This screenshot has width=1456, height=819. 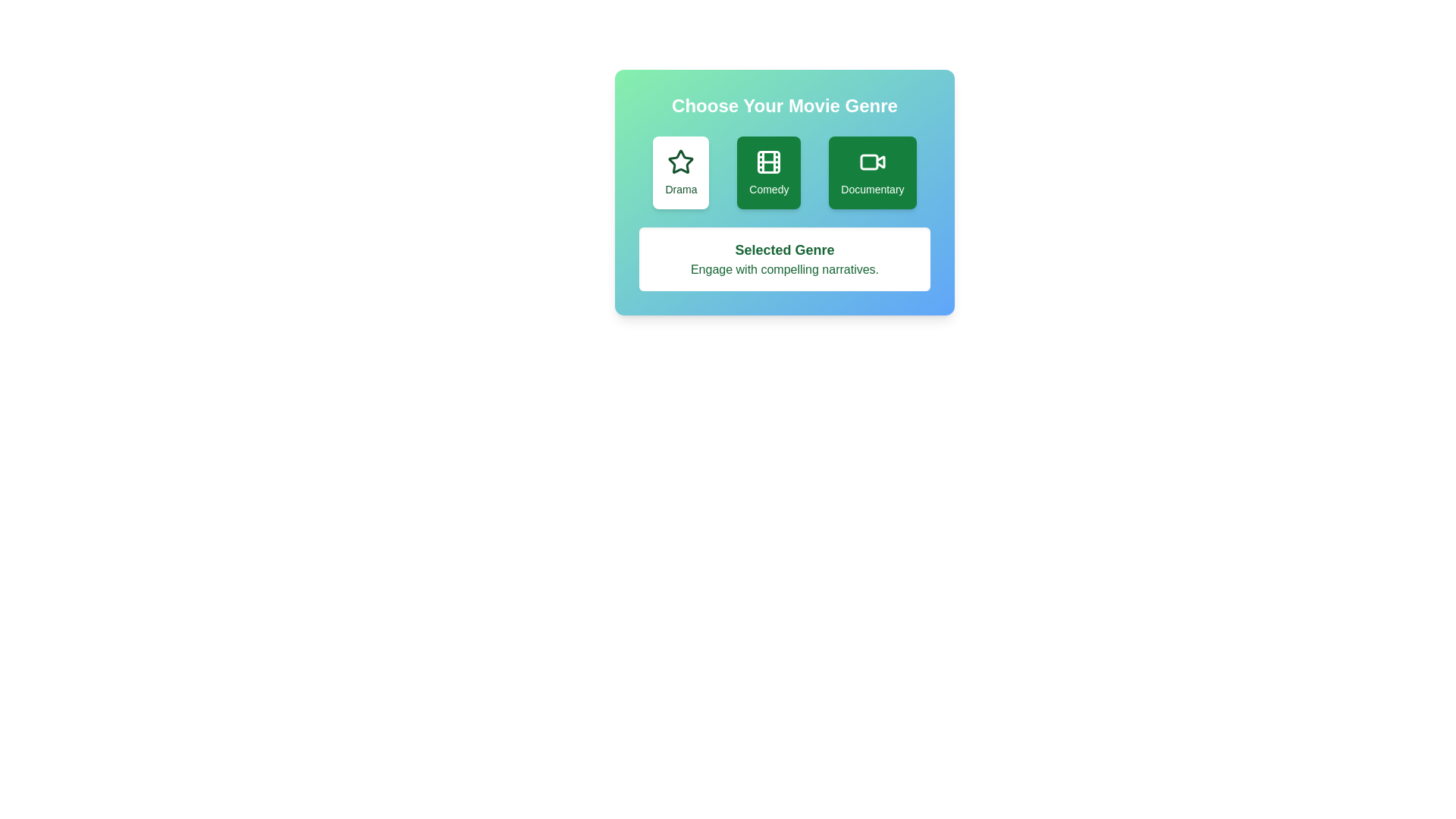 I want to click on the genre Drama by clicking its corresponding button, so click(x=679, y=171).